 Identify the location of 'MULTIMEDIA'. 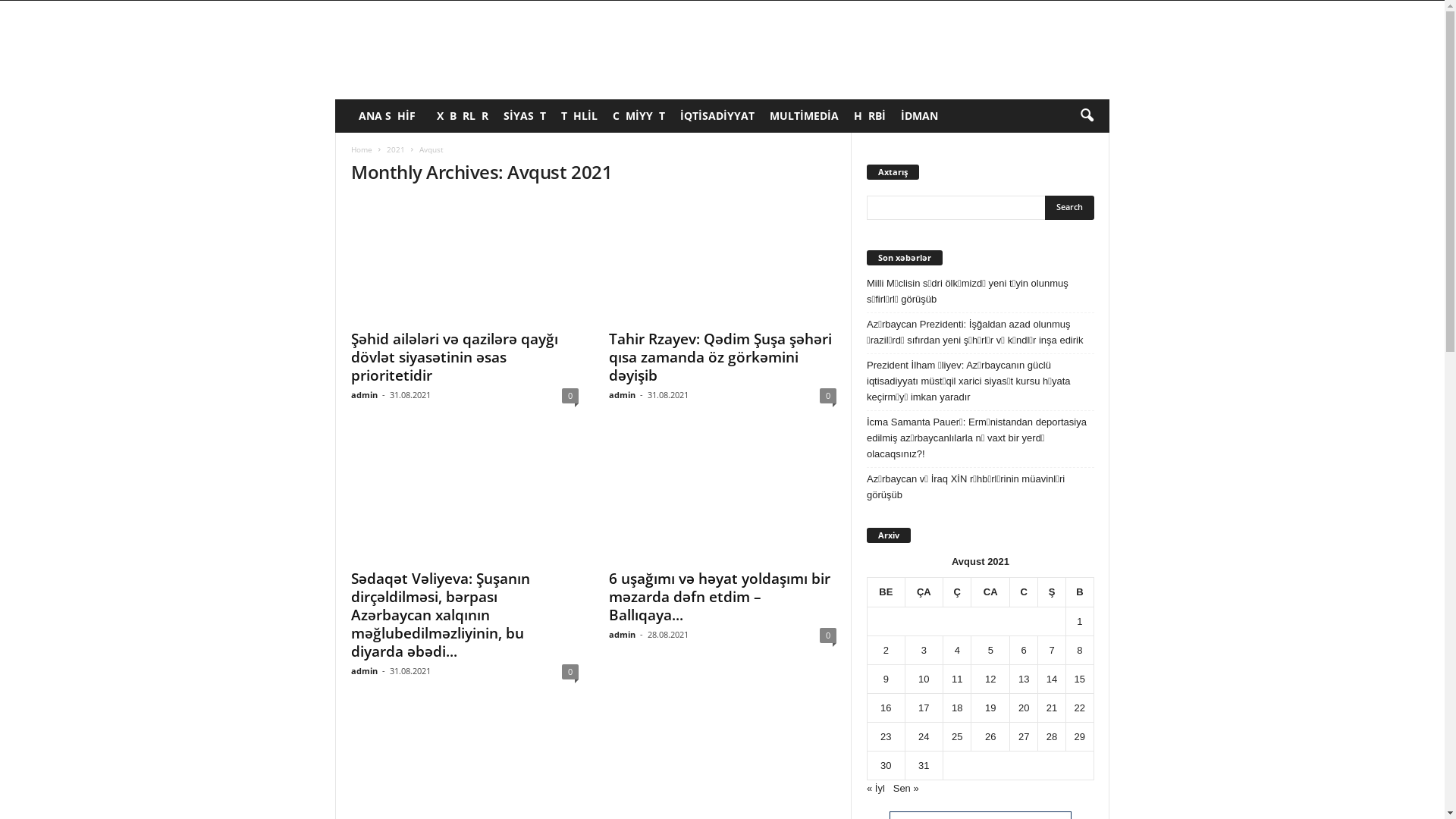
(803, 115).